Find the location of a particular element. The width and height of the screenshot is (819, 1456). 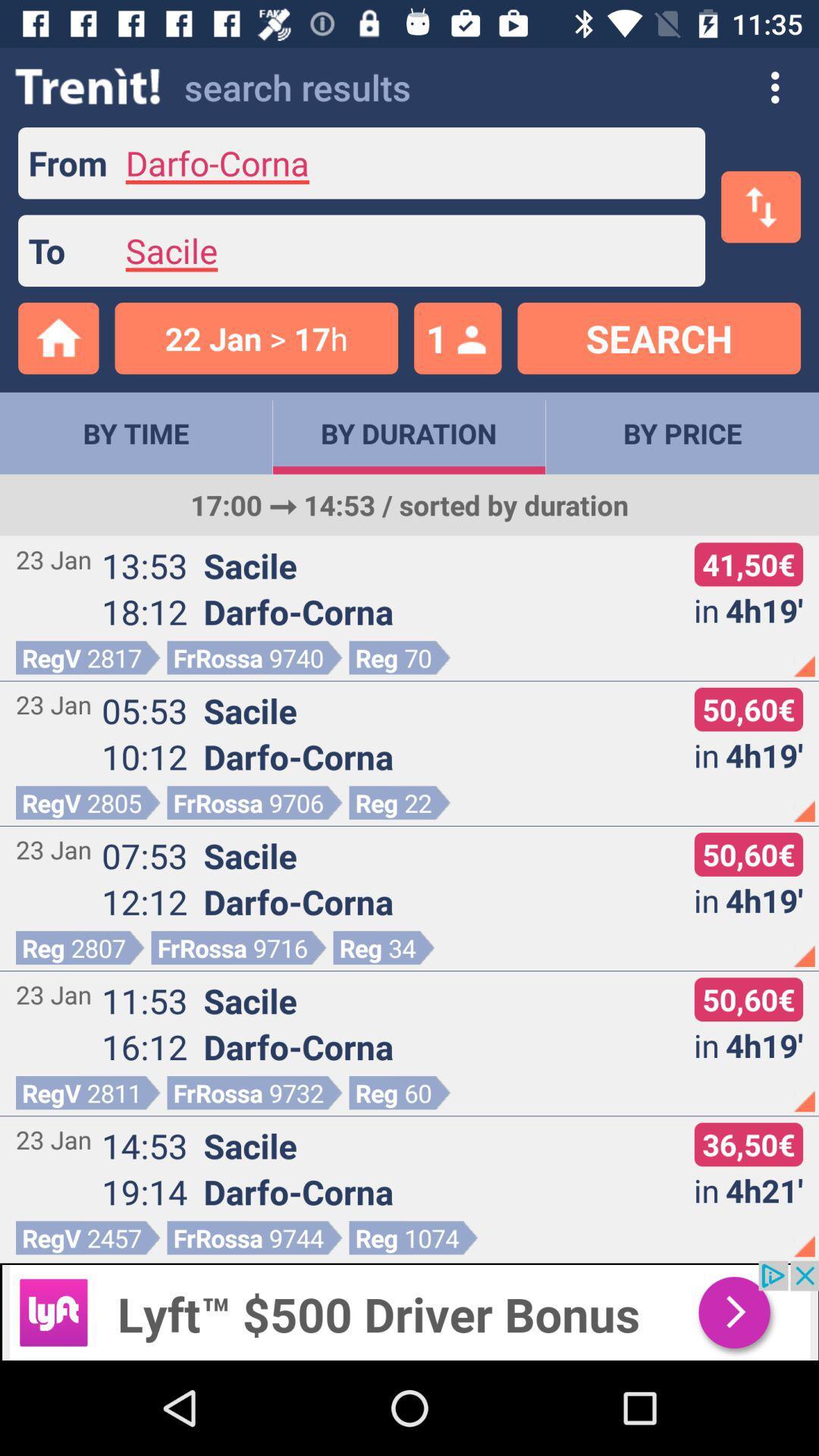

connect to advertisement is located at coordinates (409, 1310).